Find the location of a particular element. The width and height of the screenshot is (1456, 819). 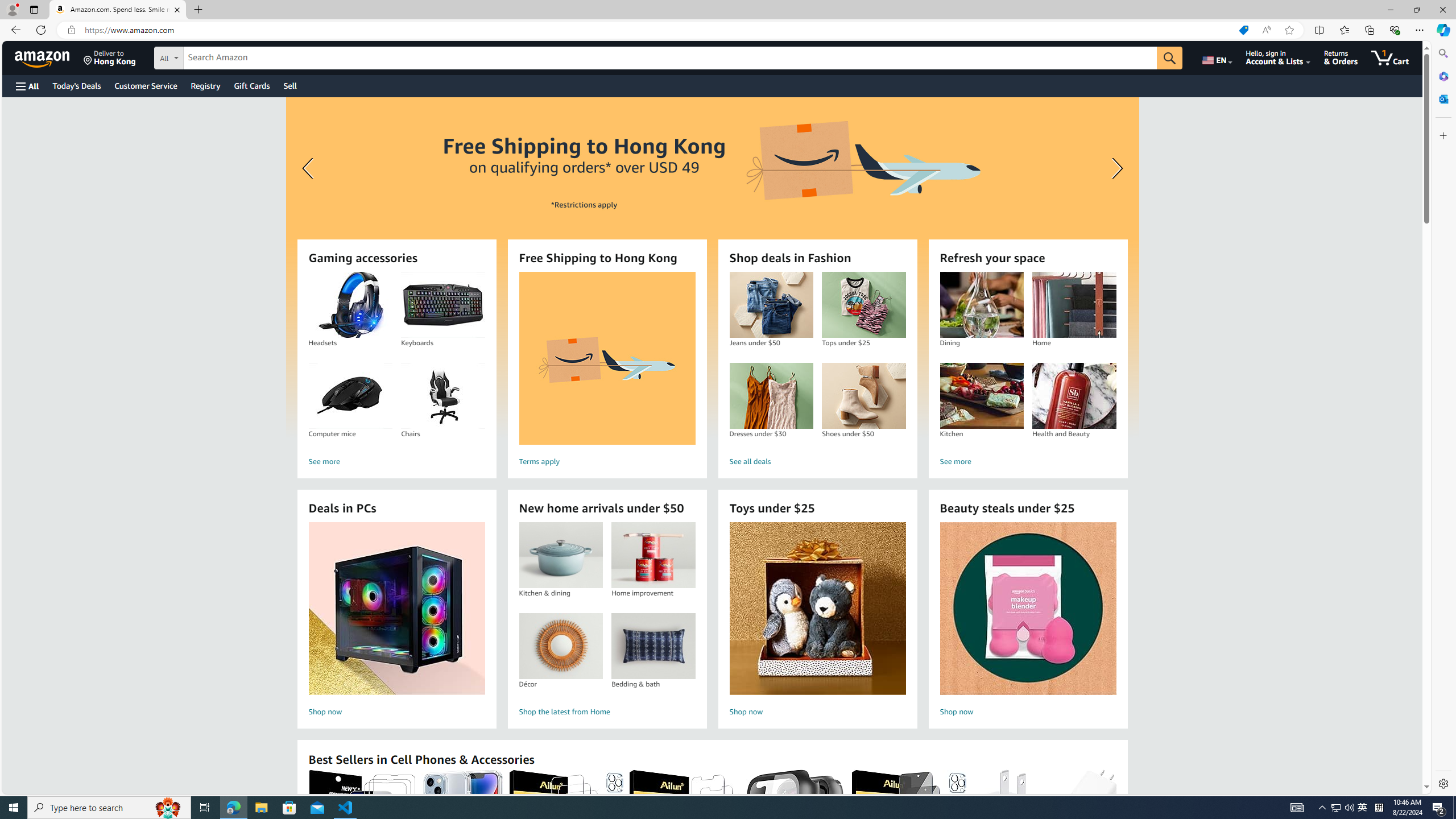

'Shop the latest from Home' is located at coordinates (607, 712).